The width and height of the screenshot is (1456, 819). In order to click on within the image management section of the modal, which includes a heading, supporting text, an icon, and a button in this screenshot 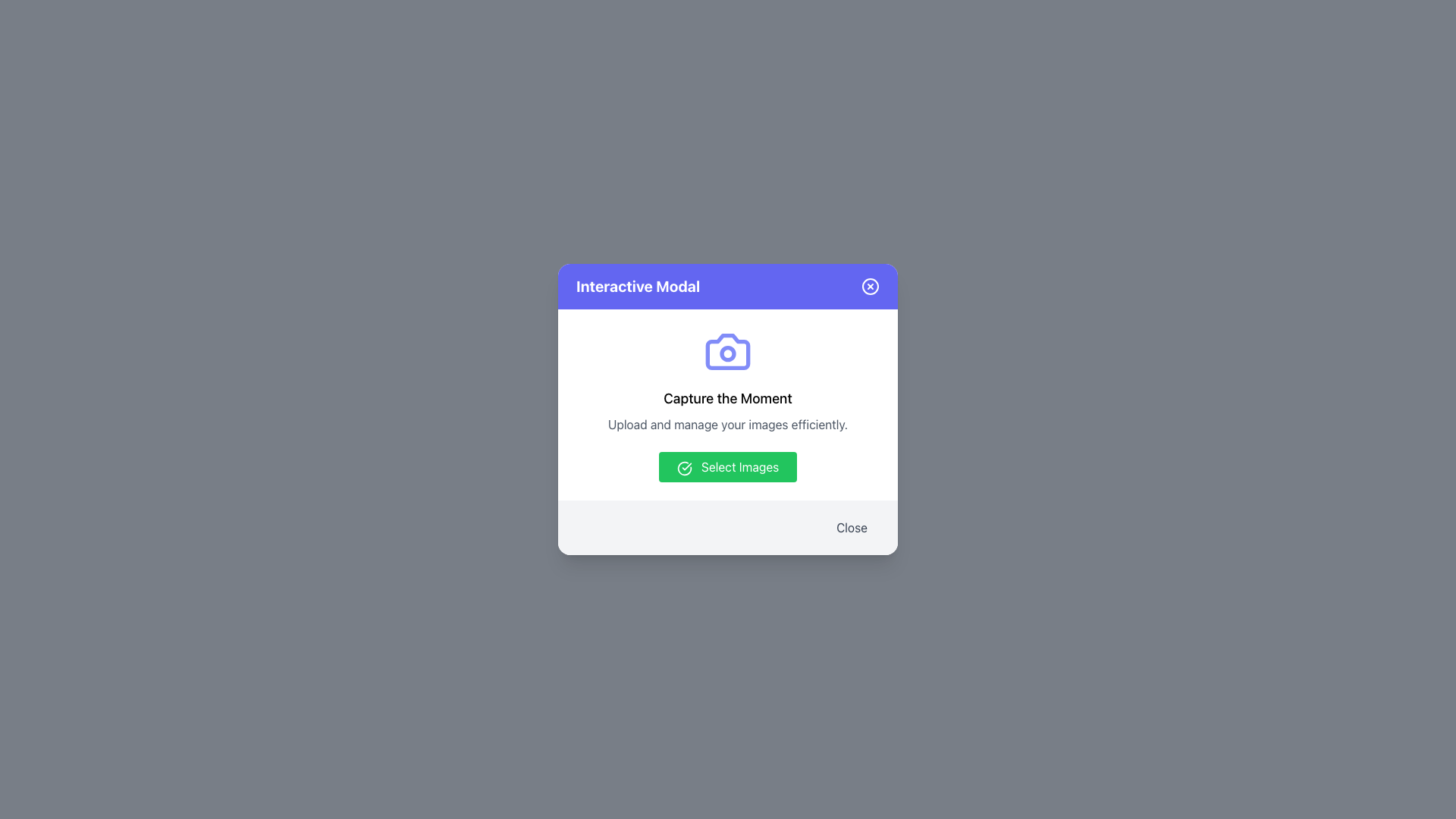, I will do `click(728, 403)`.